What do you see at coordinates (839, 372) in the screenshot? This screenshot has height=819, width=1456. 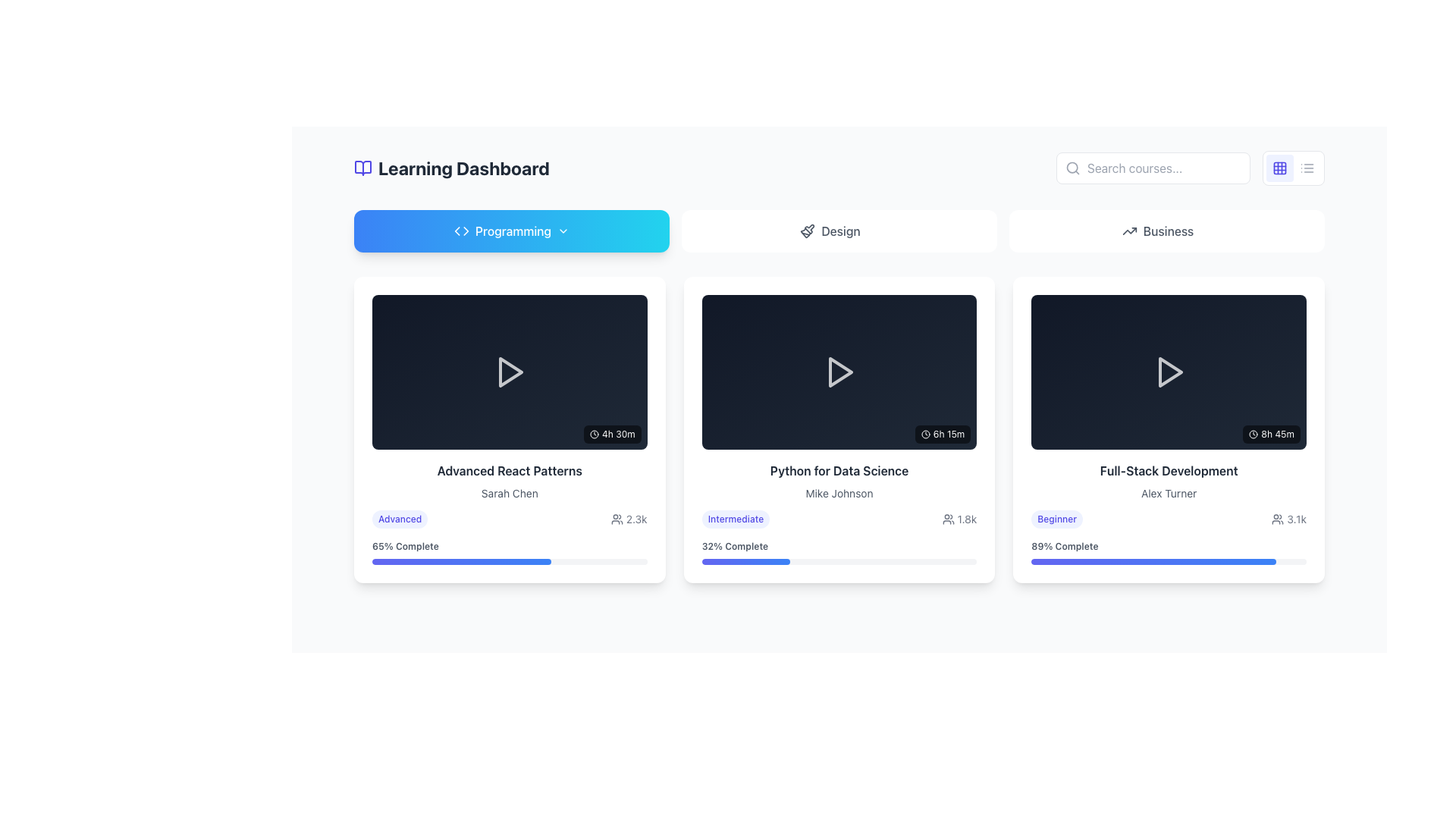 I see `the play triangle icon located` at bounding box center [839, 372].